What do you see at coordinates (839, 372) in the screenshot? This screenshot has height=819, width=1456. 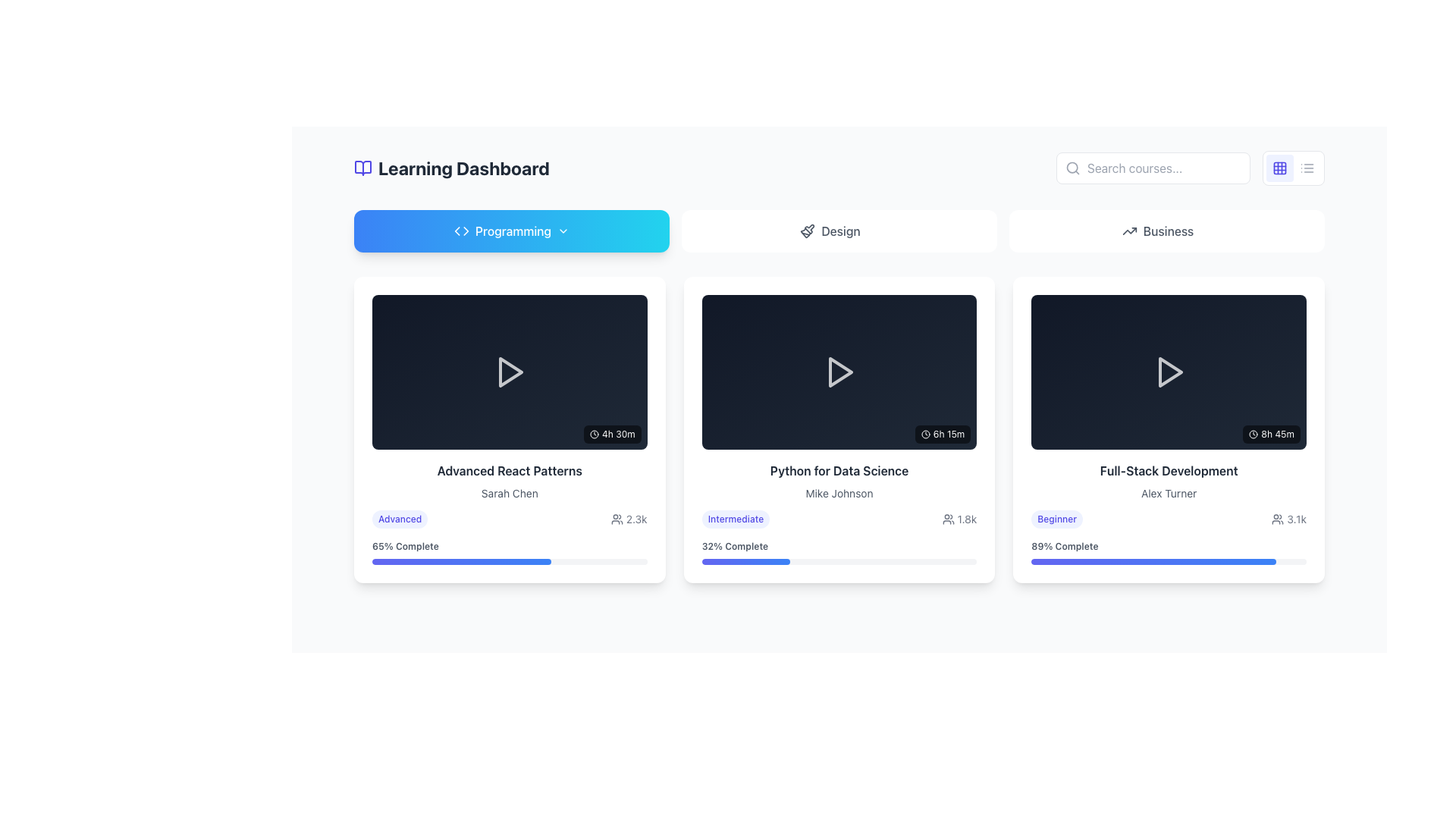 I see `the play triangle icon located` at bounding box center [839, 372].